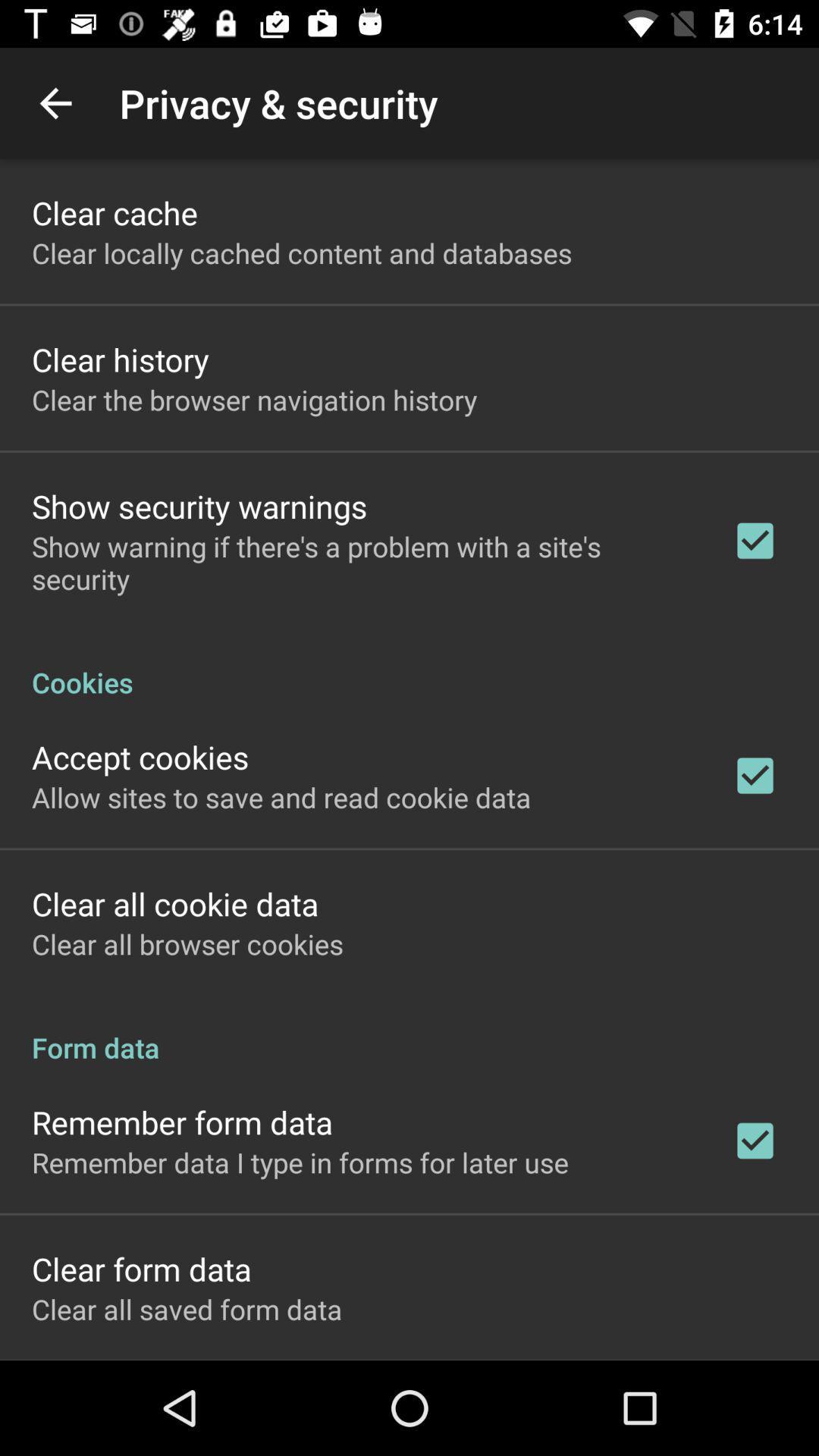 Image resolution: width=819 pixels, height=1456 pixels. I want to click on the accept cookies app, so click(140, 757).